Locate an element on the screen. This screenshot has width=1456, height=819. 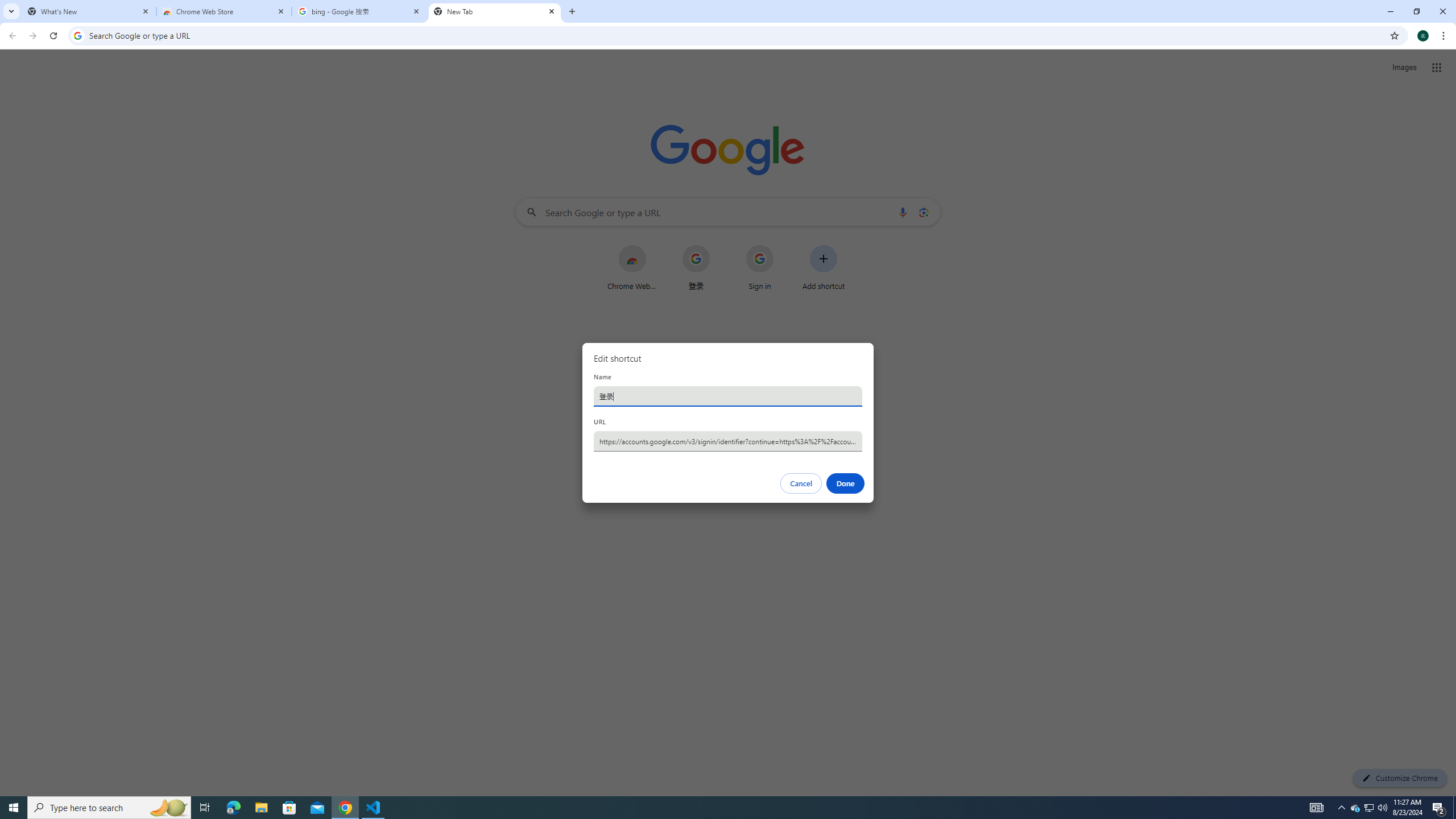
'Cancel' is located at coordinates (801, 483).